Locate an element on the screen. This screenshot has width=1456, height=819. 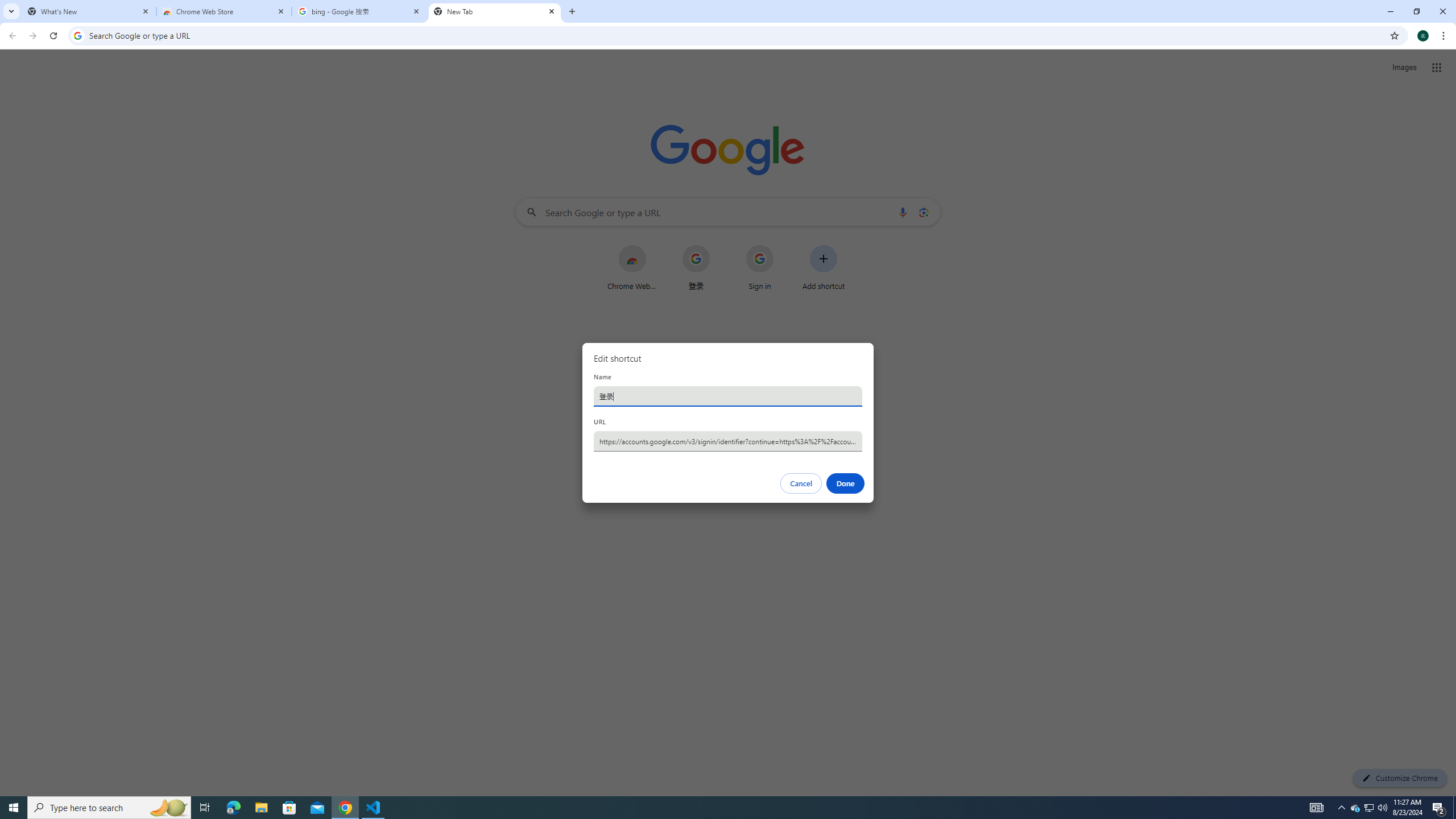
'Cancel' is located at coordinates (801, 483).